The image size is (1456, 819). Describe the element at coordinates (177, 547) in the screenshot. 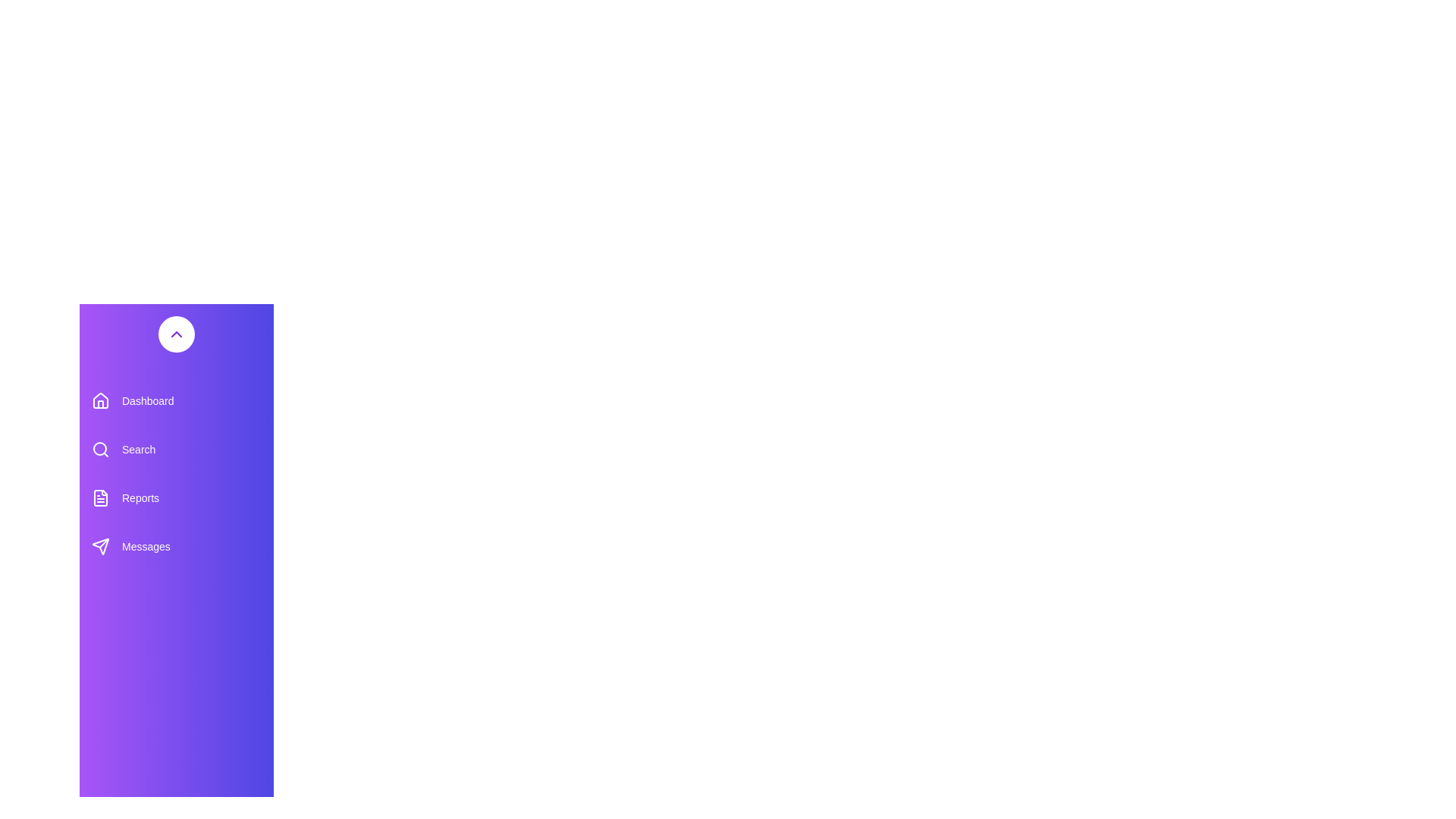

I see `the 'Messages' button located in the vertical sidebar menu` at that location.